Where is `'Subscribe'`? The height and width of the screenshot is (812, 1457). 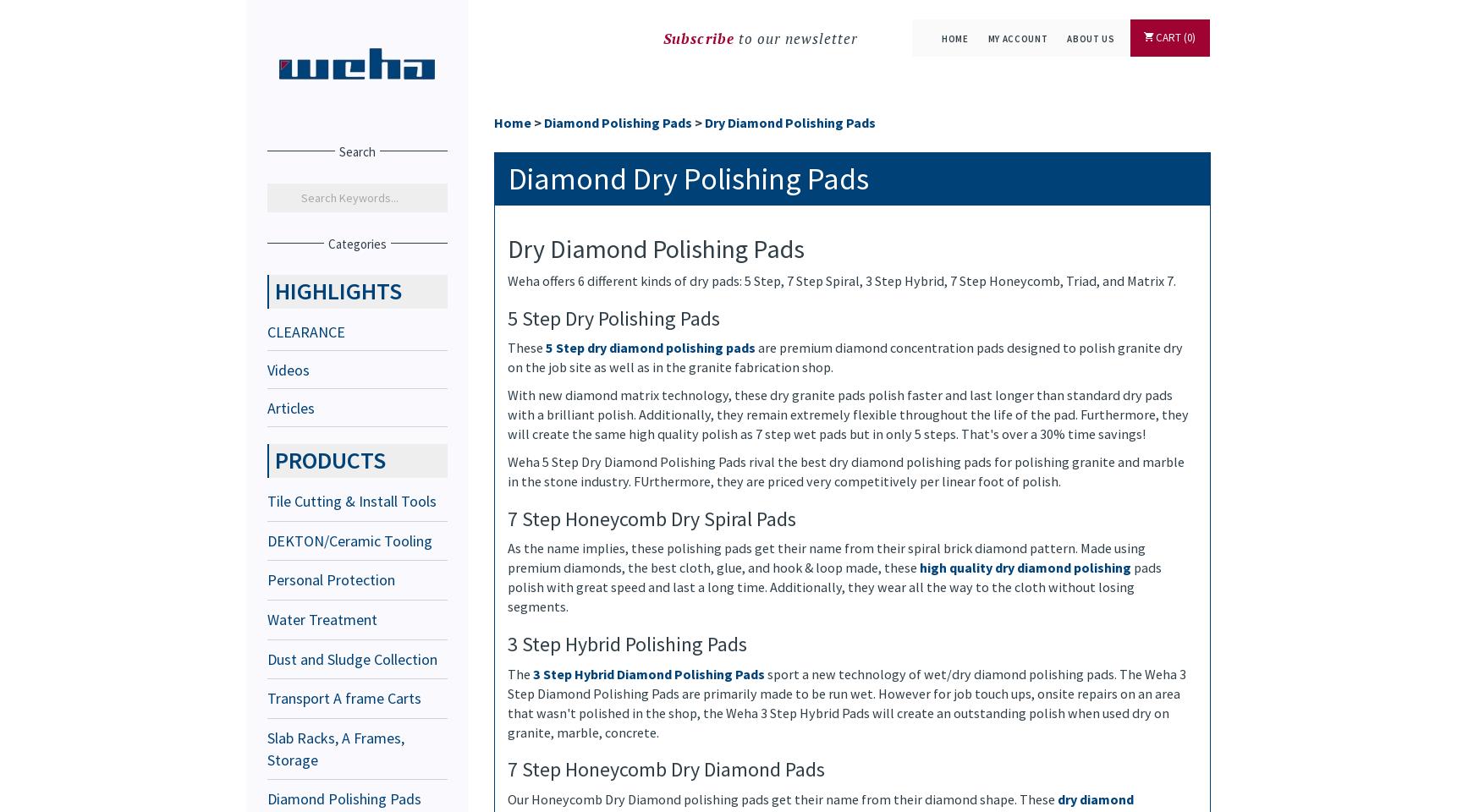
'Subscribe' is located at coordinates (663, 36).